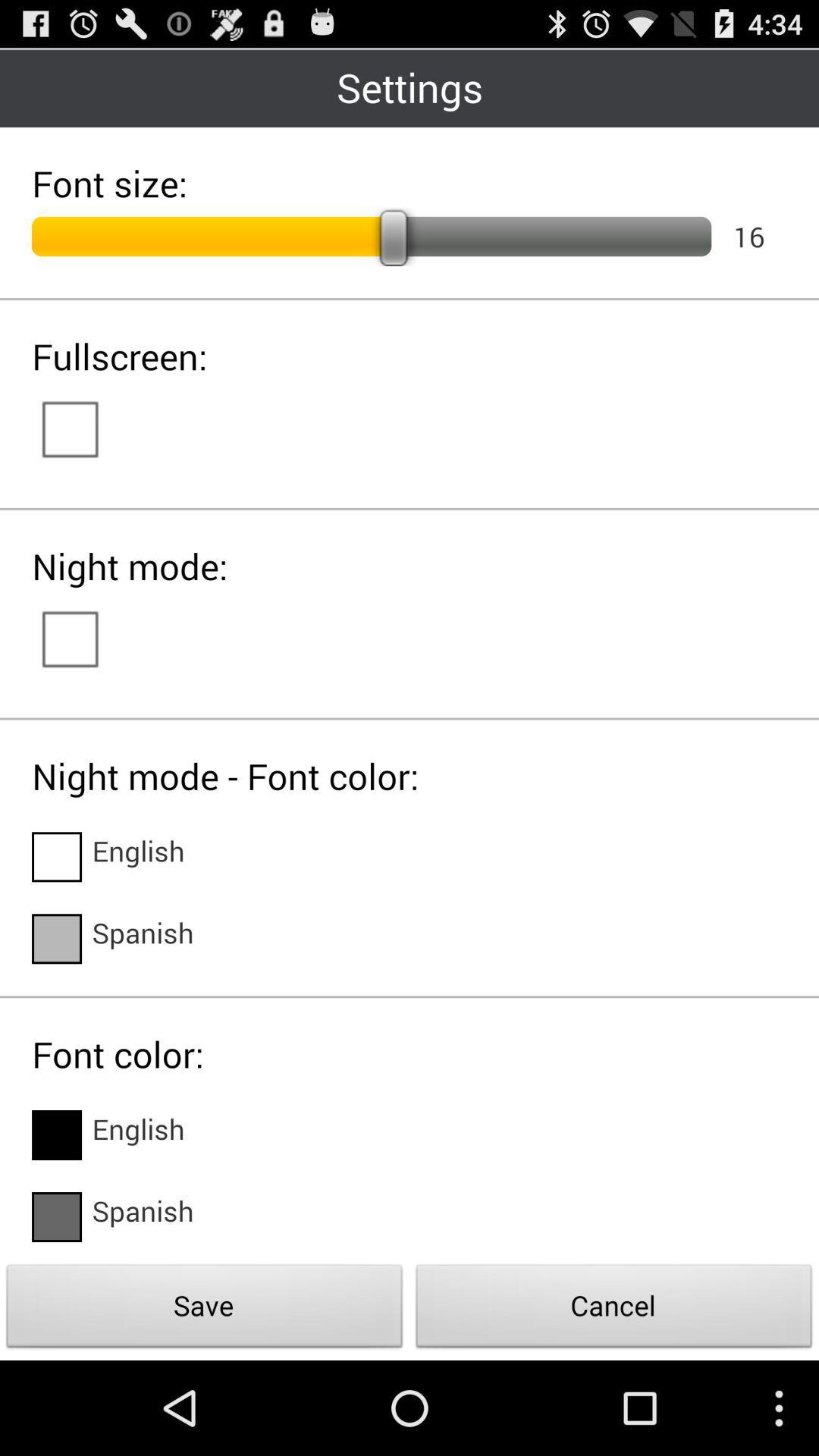 The width and height of the screenshot is (819, 1456). What do you see at coordinates (55, 938) in the screenshot?
I see `the square box to the left of spanish text below night modefont color text` at bounding box center [55, 938].